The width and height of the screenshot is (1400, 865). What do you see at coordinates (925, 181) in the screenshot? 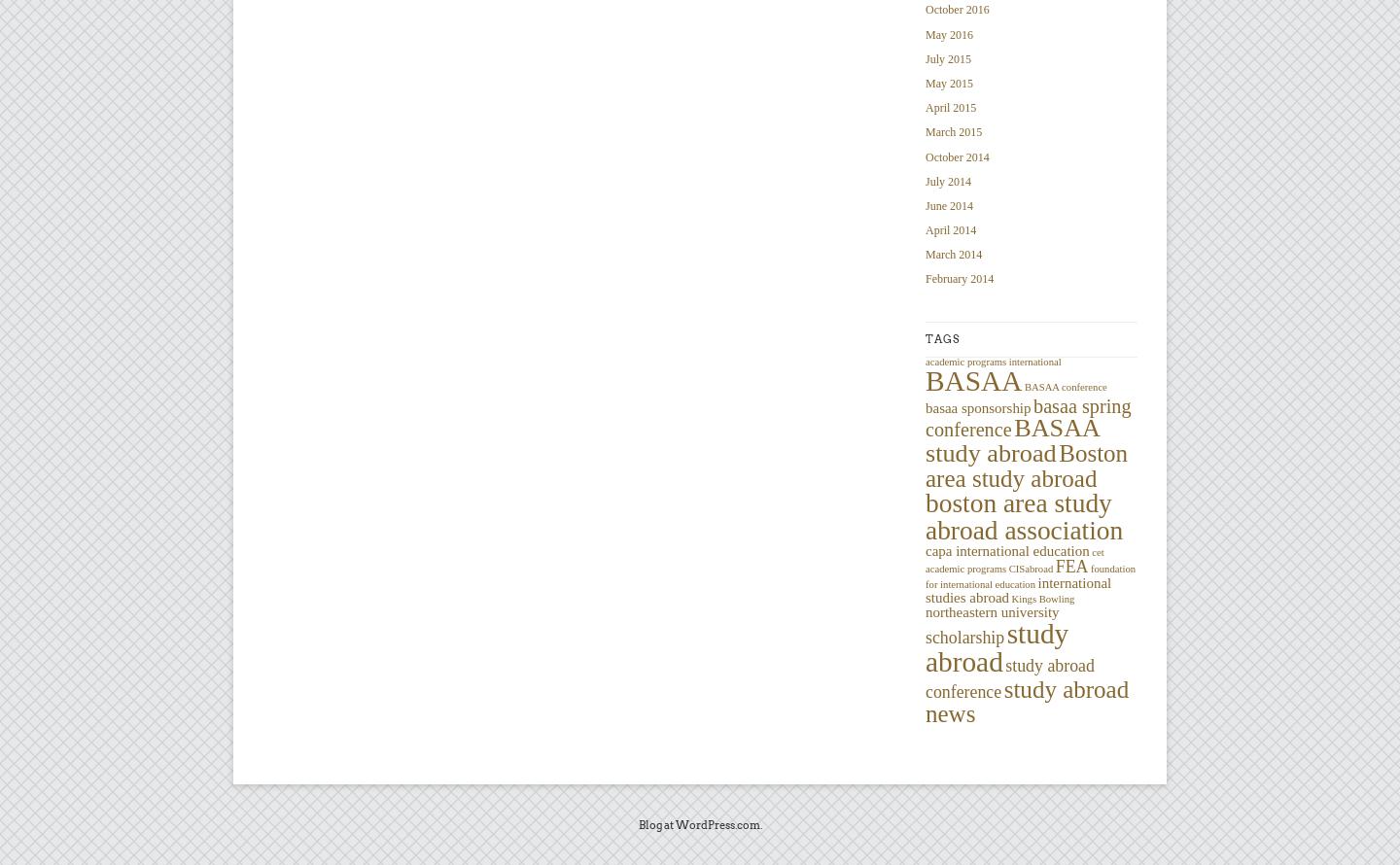
I see `'July 2014'` at bounding box center [925, 181].